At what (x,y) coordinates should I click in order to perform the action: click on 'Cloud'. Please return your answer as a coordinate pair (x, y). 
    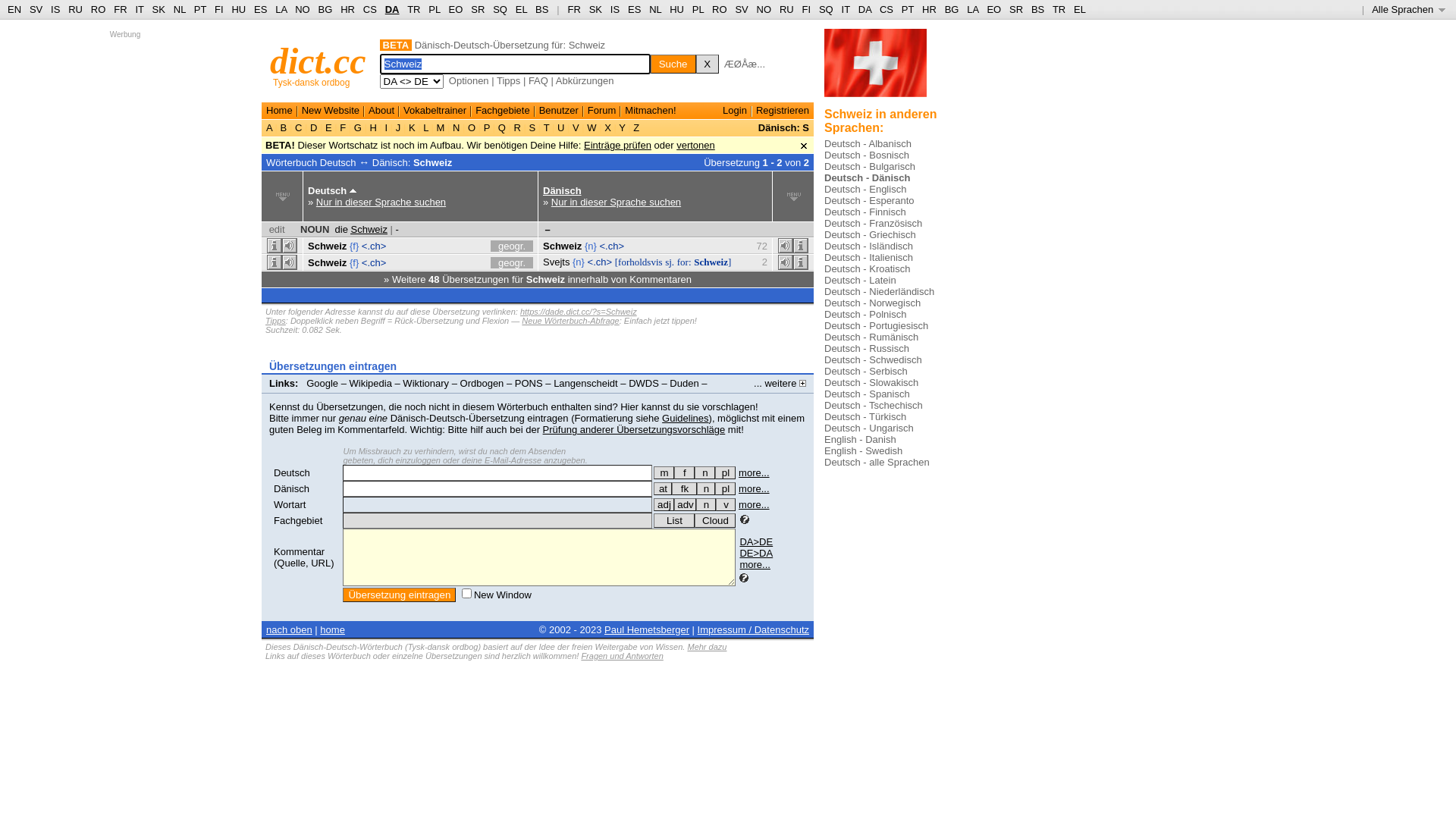
    Looking at the image, I should click on (714, 519).